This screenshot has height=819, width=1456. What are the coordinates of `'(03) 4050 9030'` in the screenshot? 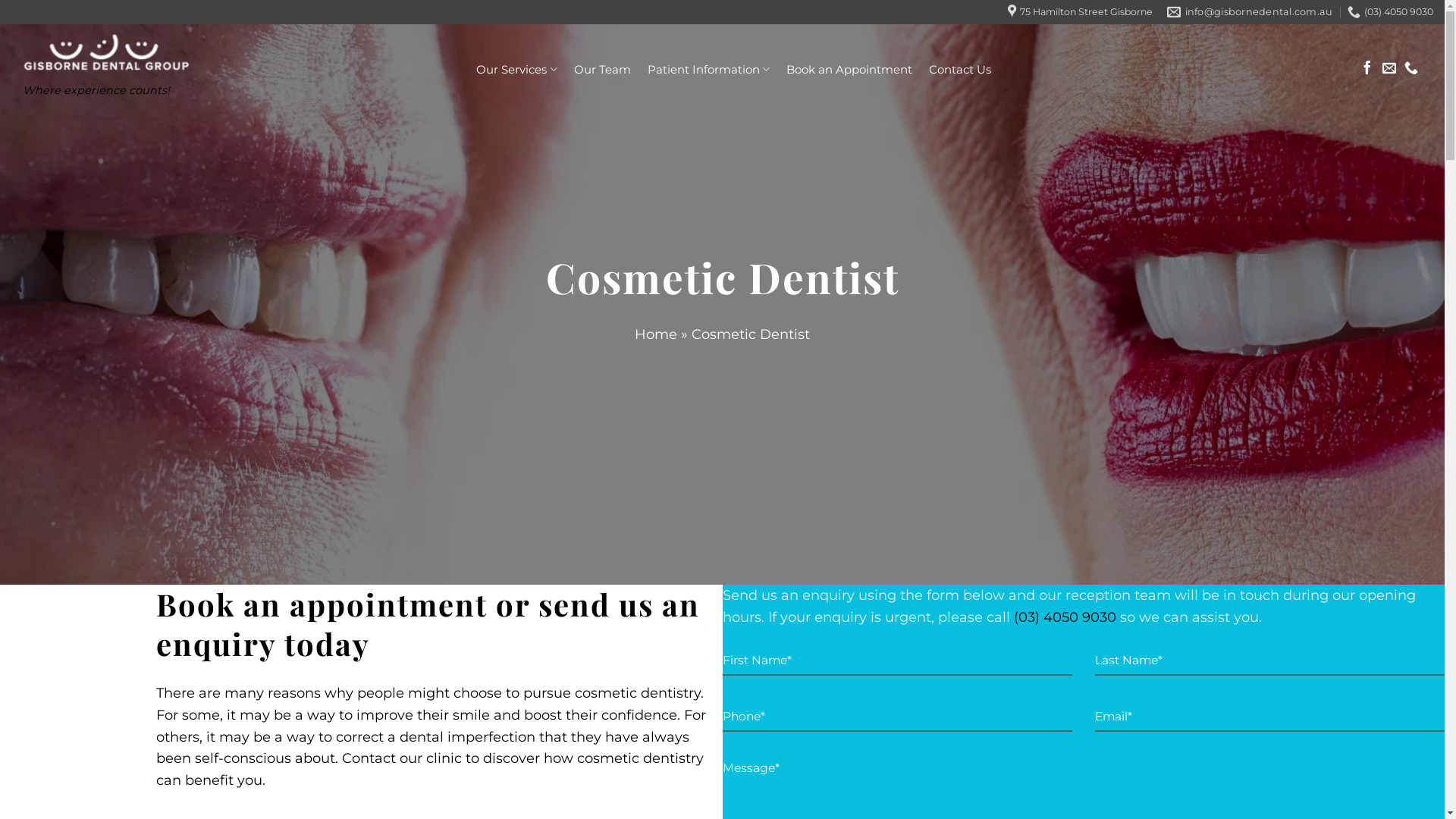 It's located at (1063, 617).